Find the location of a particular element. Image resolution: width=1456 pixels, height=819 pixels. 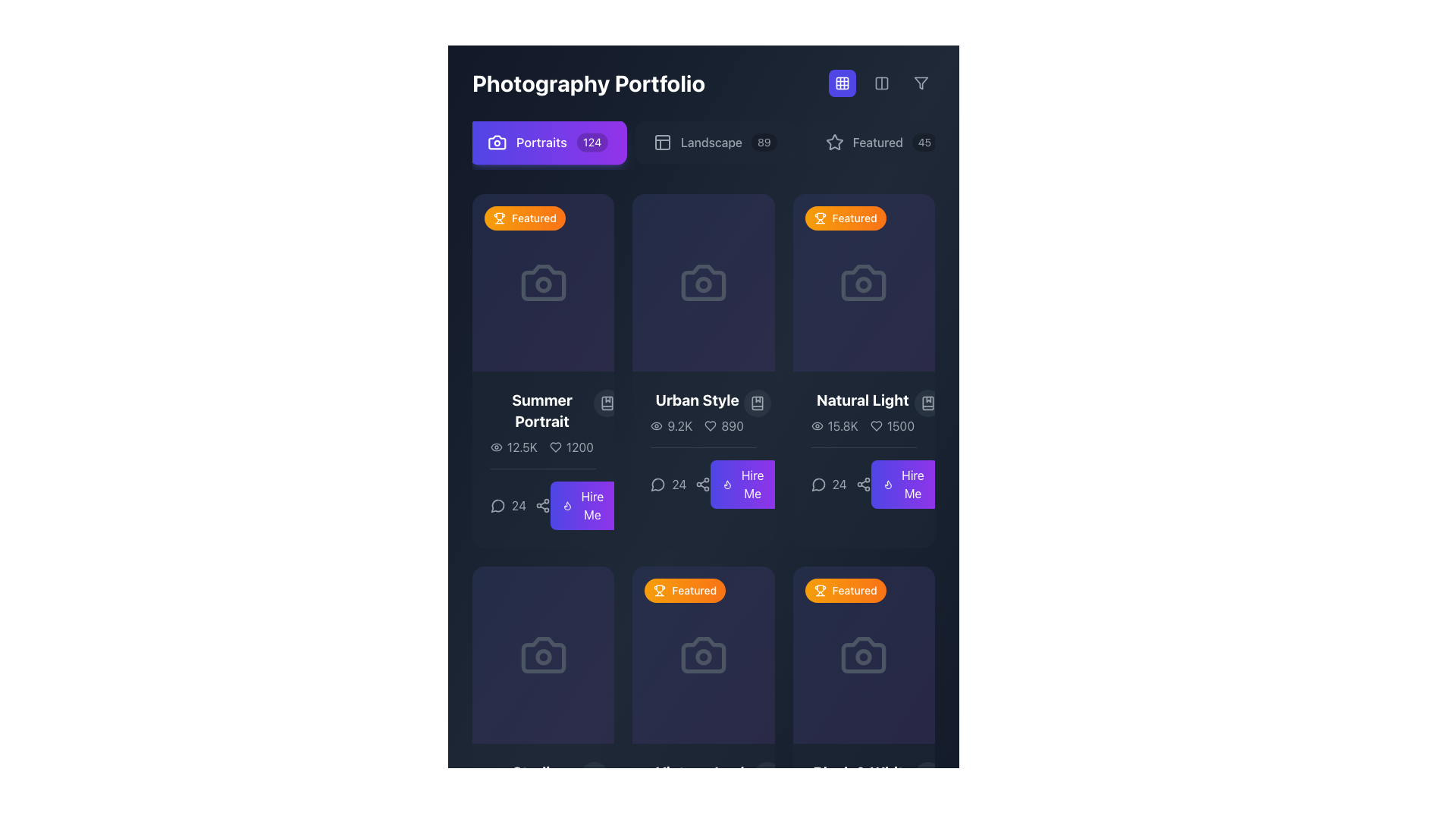

the heart-shaped icon with a hollow appearance located in the bottom-right quadrant of the interface is located at coordinates (554, 447).